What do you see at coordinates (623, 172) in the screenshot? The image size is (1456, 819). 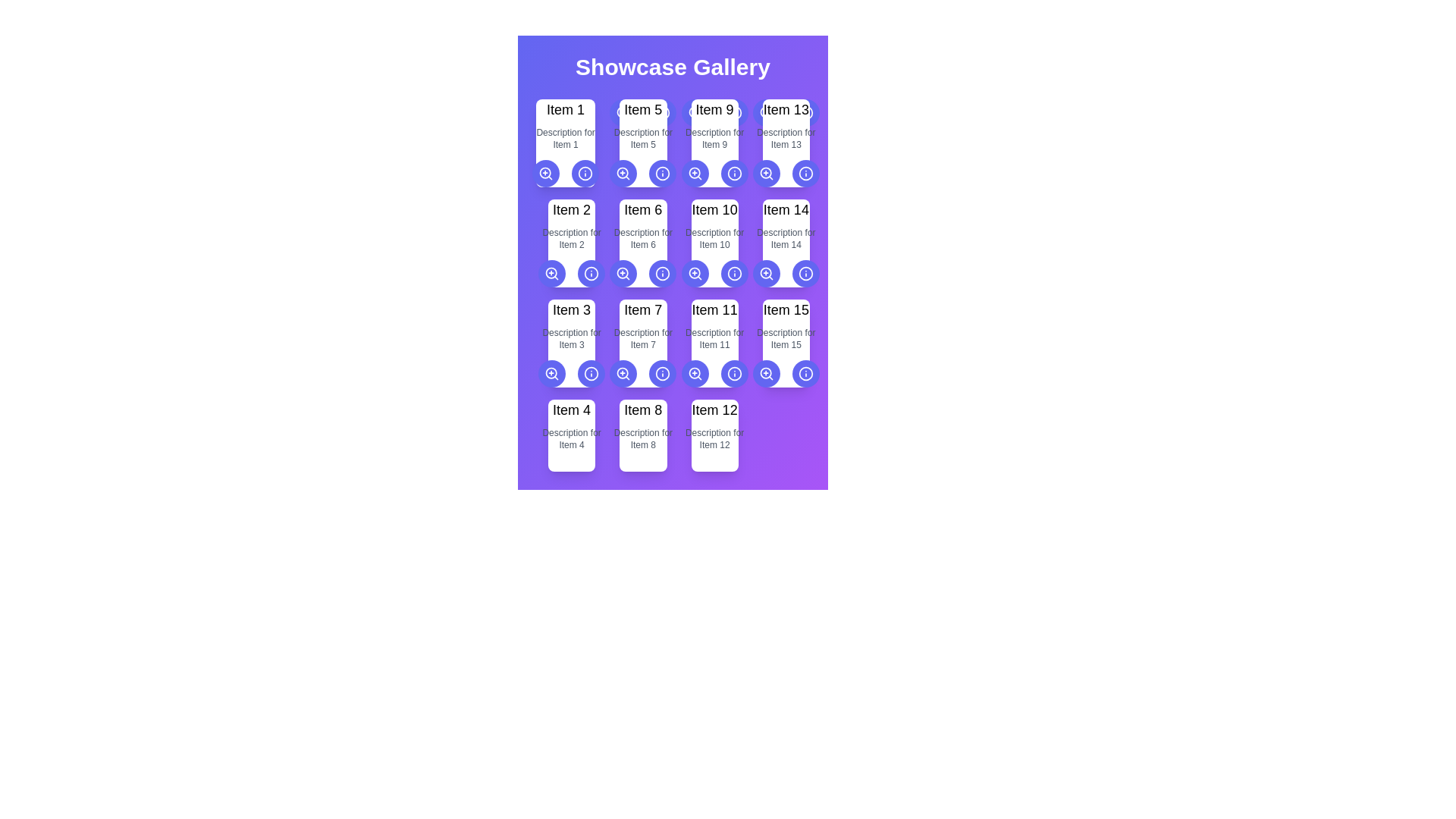 I see `the circular lens of the magnifying glass icon, which is part of the 'zoom-in' graphic, located near the 'Item 5' card in the grid layout` at bounding box center [623, 172].